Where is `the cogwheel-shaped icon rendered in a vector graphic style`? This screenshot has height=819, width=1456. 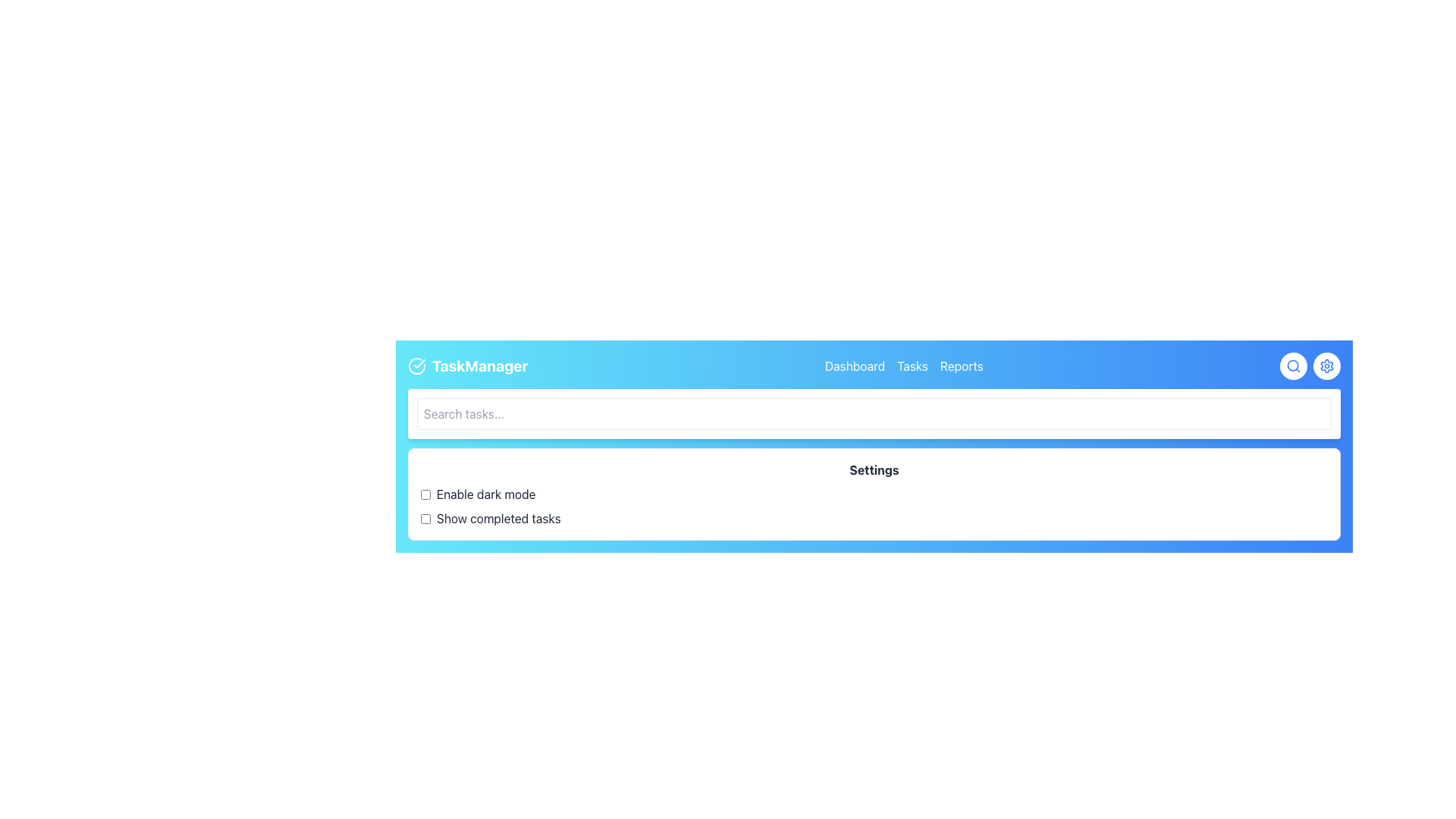
the cogwheel-shaped icon rendered in a vector graphic style is located at coordinates (1326, 366).